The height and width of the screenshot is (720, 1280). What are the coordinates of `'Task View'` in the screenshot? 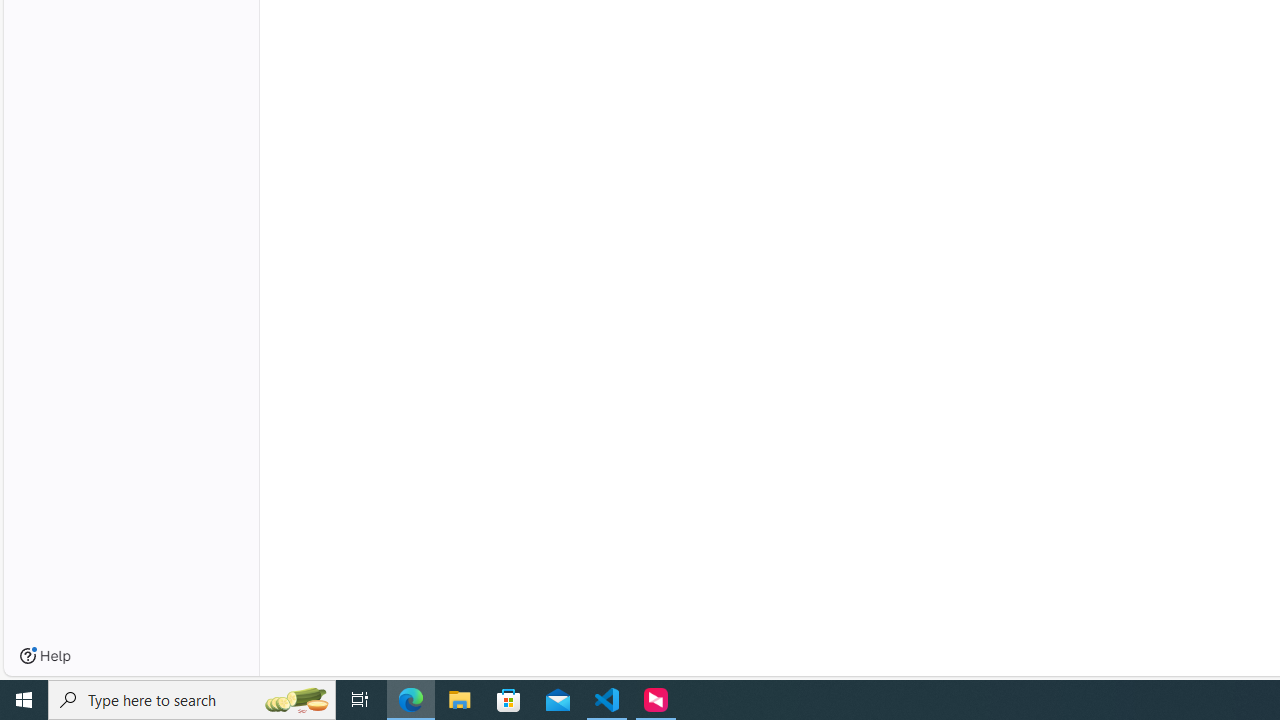 It's located at (359, 698).